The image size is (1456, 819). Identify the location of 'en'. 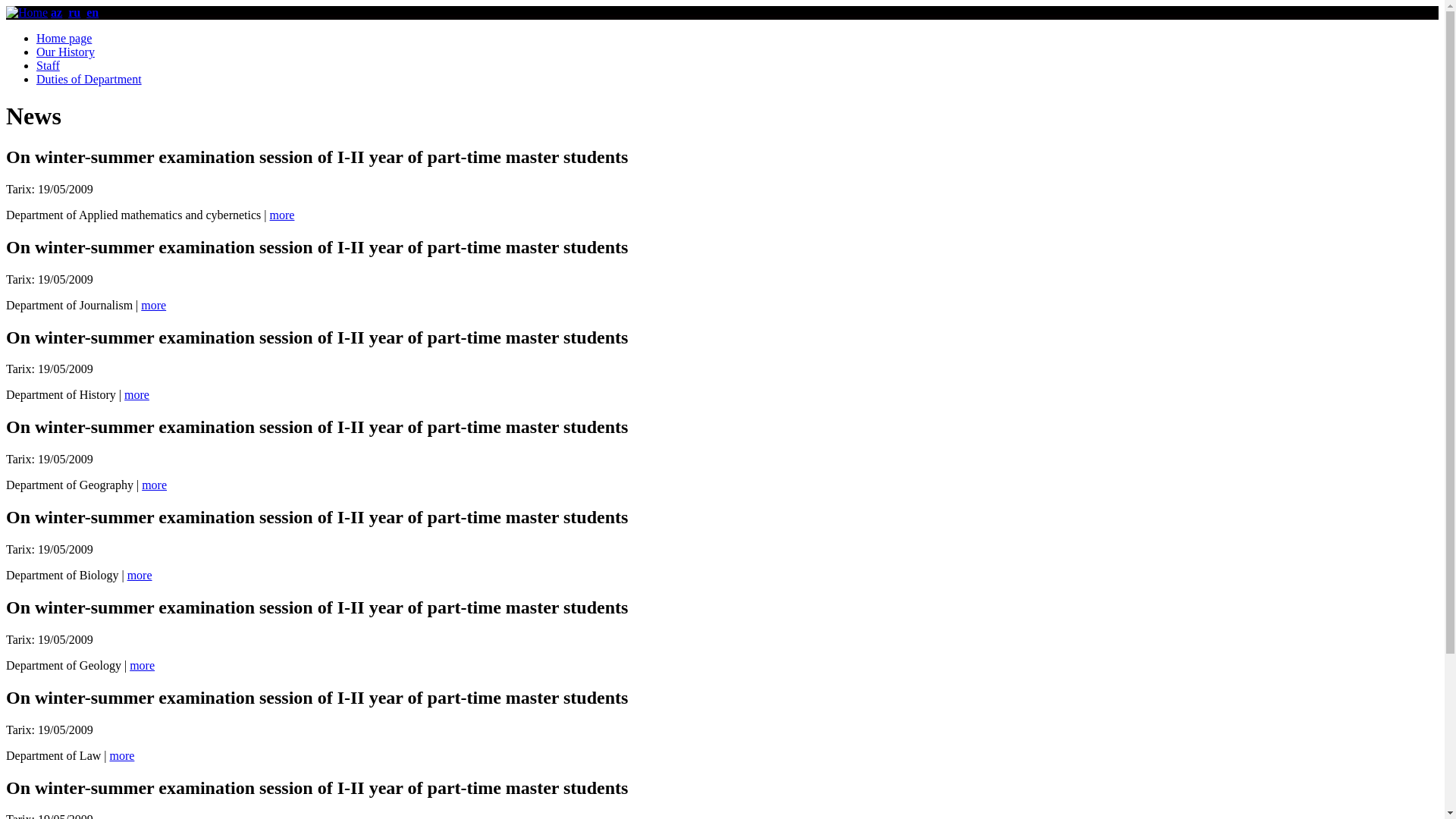
(91, 12).